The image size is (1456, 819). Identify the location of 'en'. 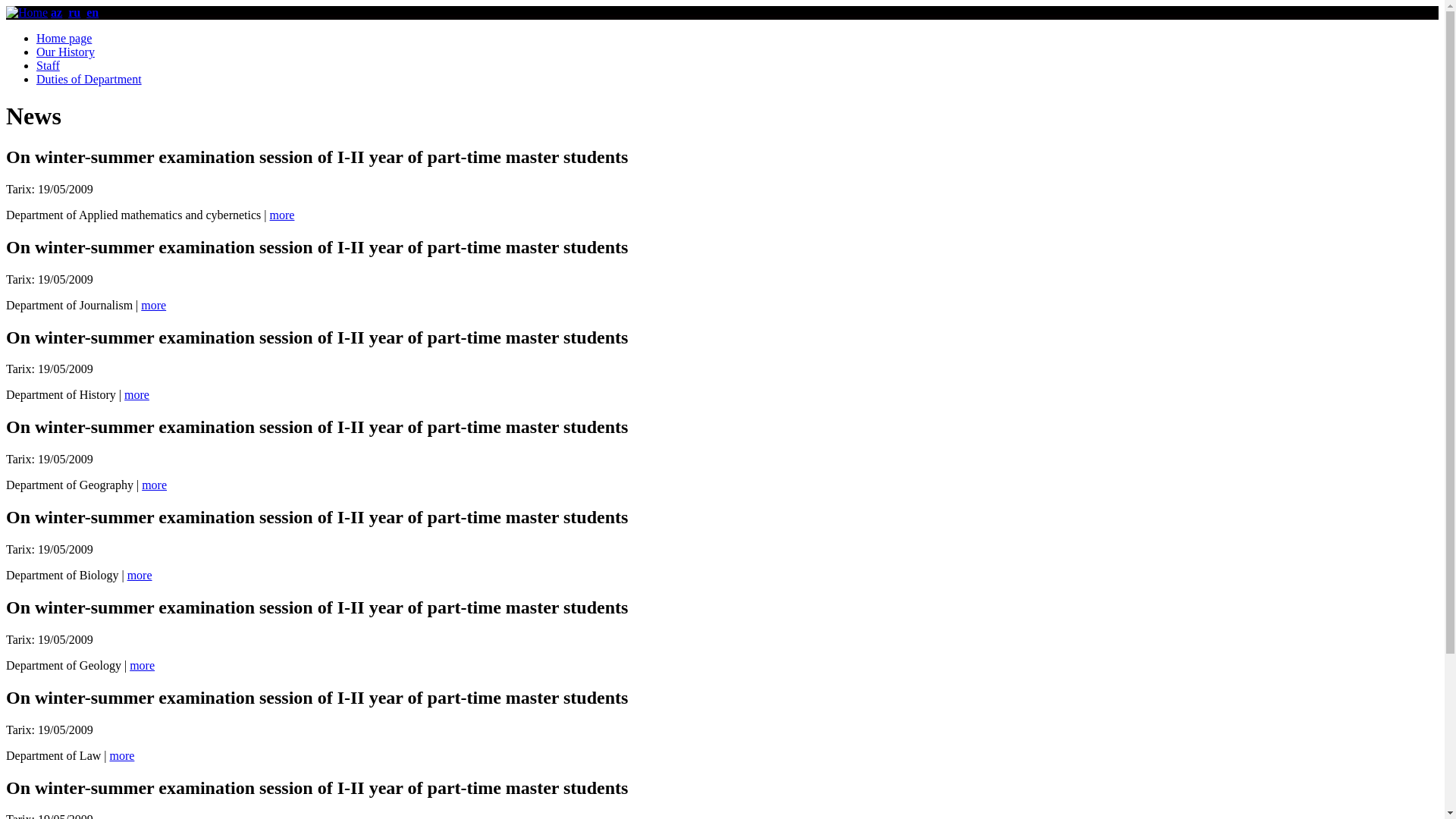
(91, 12).